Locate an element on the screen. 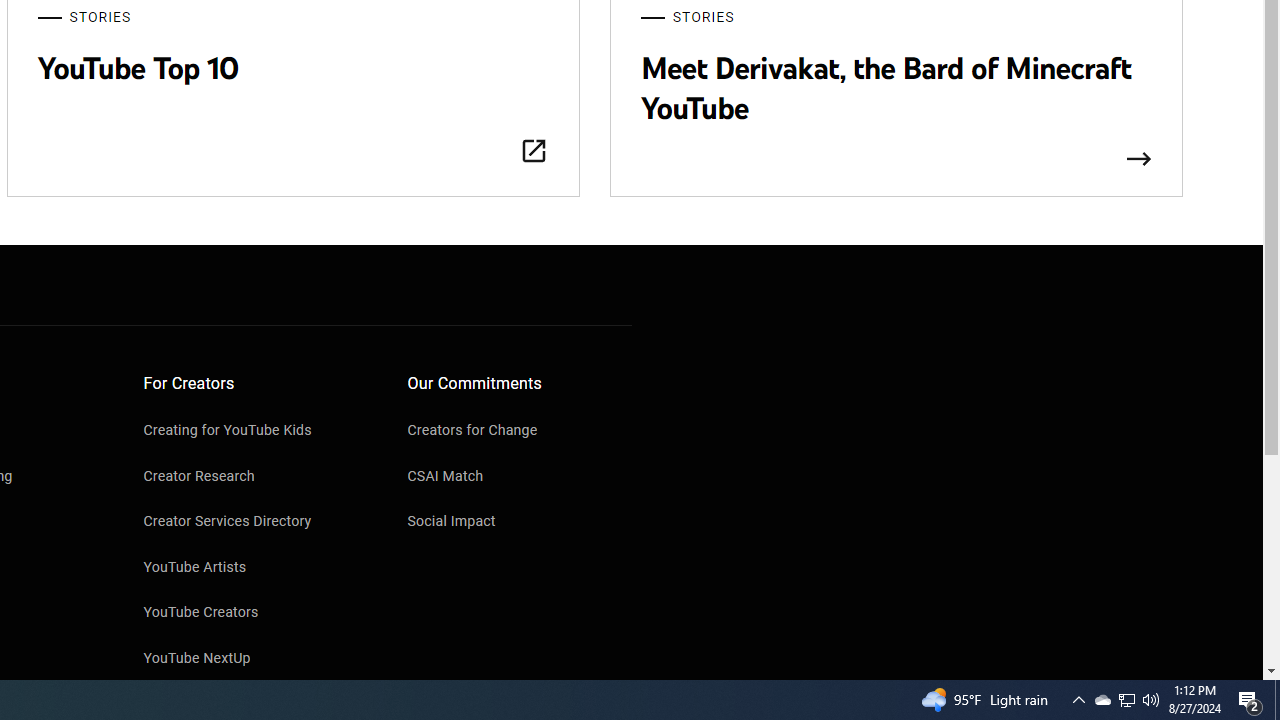  'Social Impact' is located at coordinates (519, 522).